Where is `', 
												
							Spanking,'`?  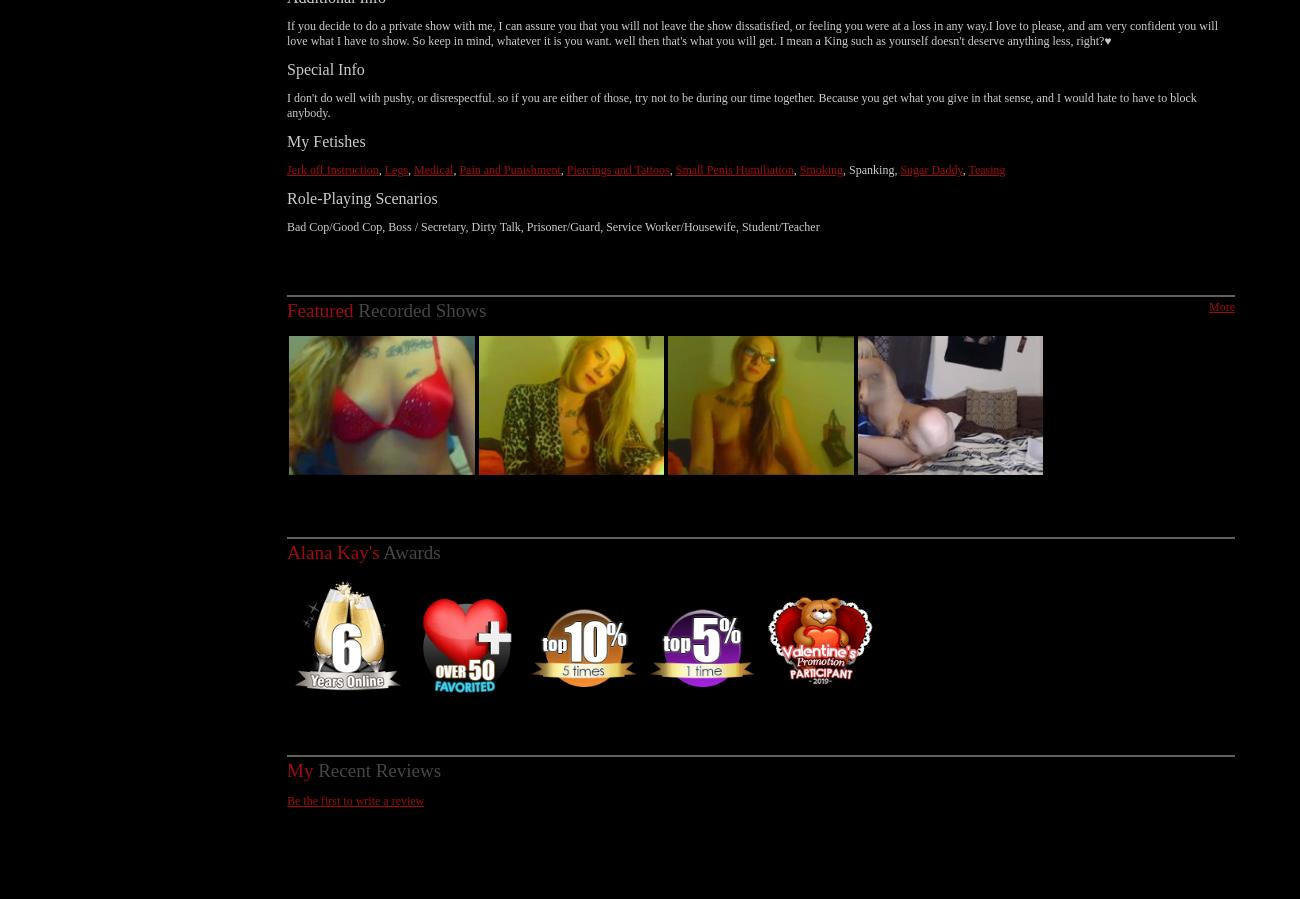
', 
												
							Spanking,' is located at coordinates (870, 146).